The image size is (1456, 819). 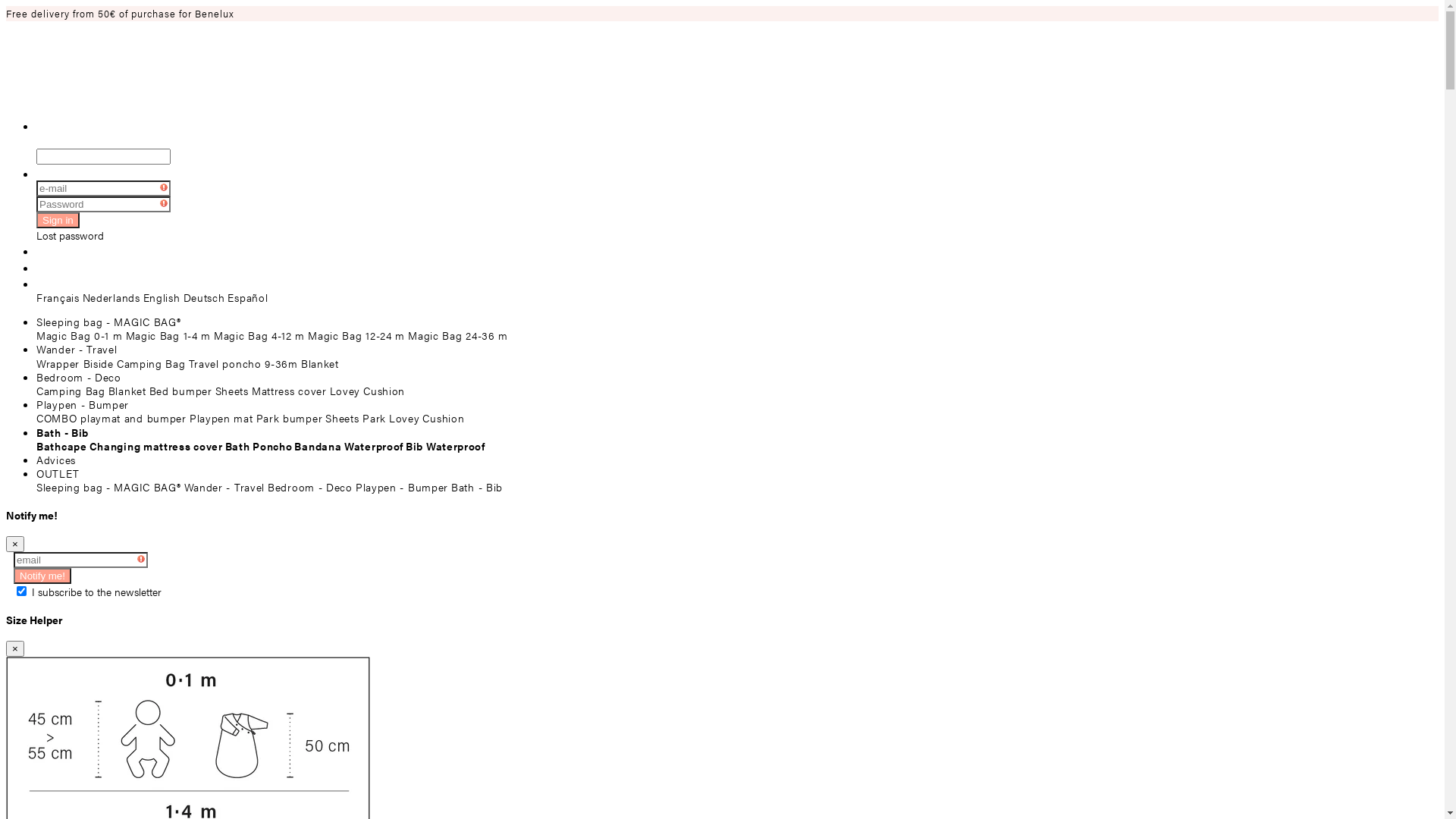 What do you see at coordinates (457, 334) in the screenshot?
I see `'Magic Bag 24-36 m'` at bounding box center [457, 334].